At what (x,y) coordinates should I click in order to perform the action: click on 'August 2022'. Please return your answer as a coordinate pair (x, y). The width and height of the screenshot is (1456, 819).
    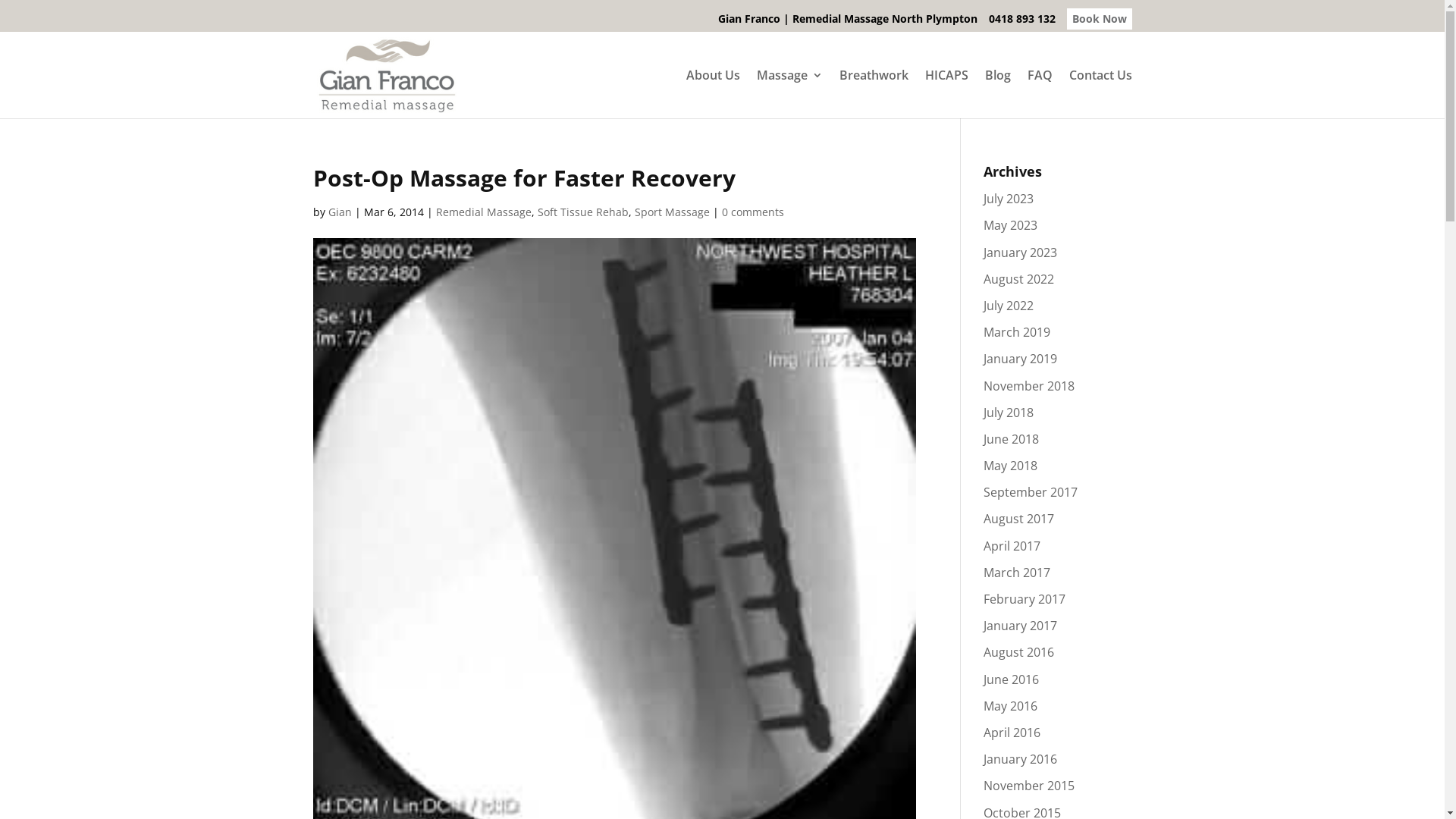
    Looking at the image, I should click on (983, 278).